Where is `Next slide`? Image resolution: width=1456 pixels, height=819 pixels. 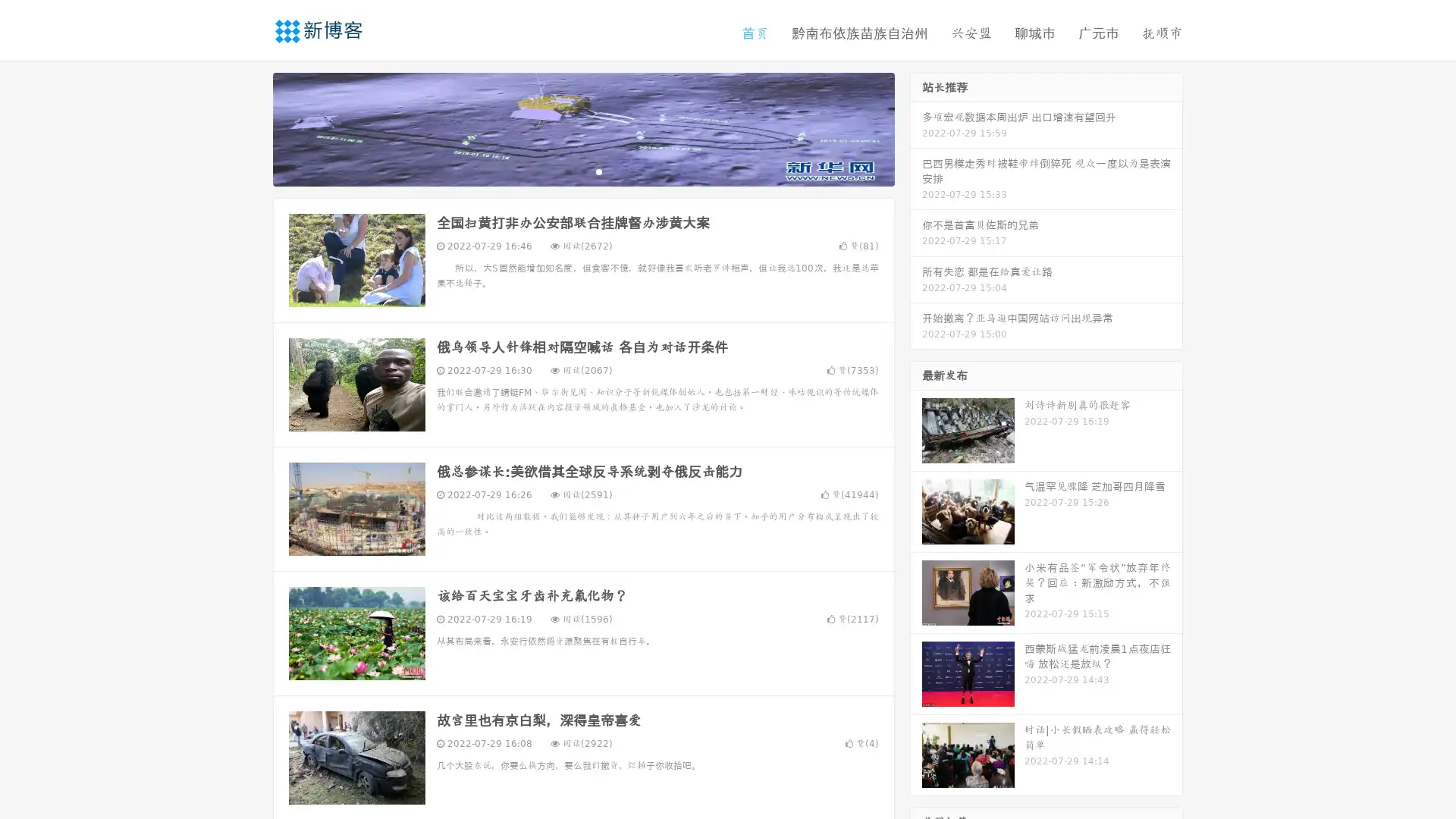
Next slide is located at coordinates (916, 127).